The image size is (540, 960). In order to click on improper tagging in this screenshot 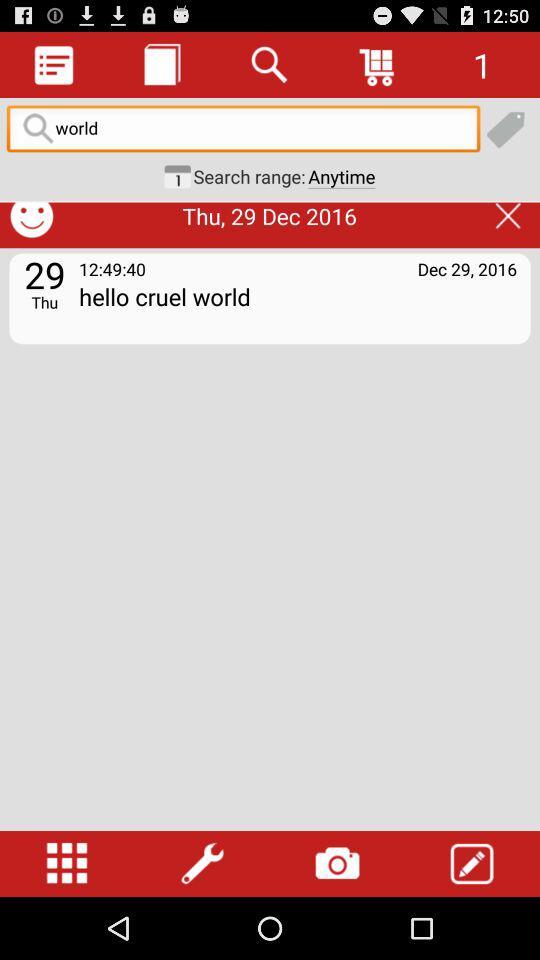, I will do `click(470, 178)`.